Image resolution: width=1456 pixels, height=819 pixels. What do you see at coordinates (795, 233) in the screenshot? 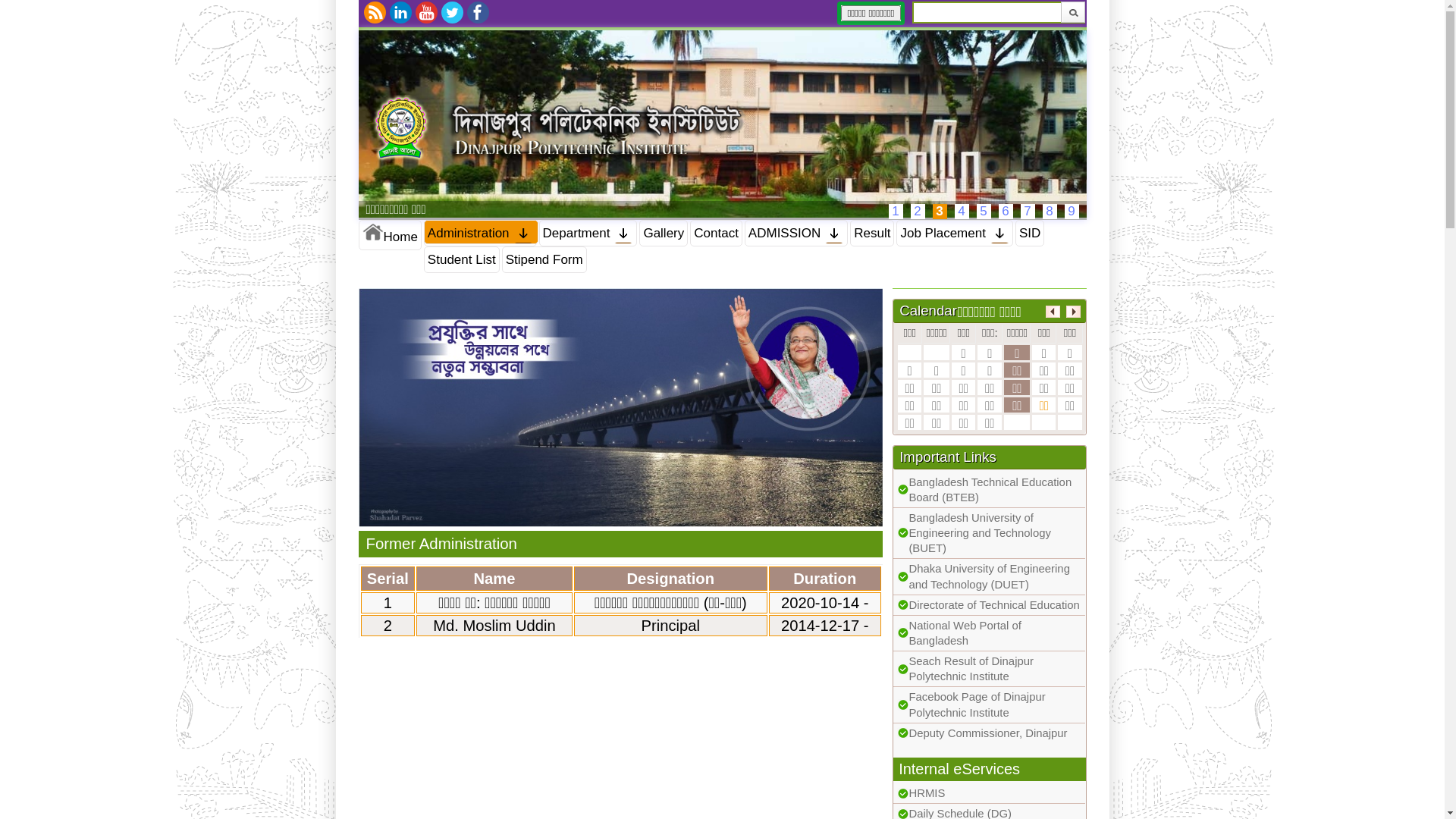
I see `'ADMISSION'` at bounding box center [795, 233].